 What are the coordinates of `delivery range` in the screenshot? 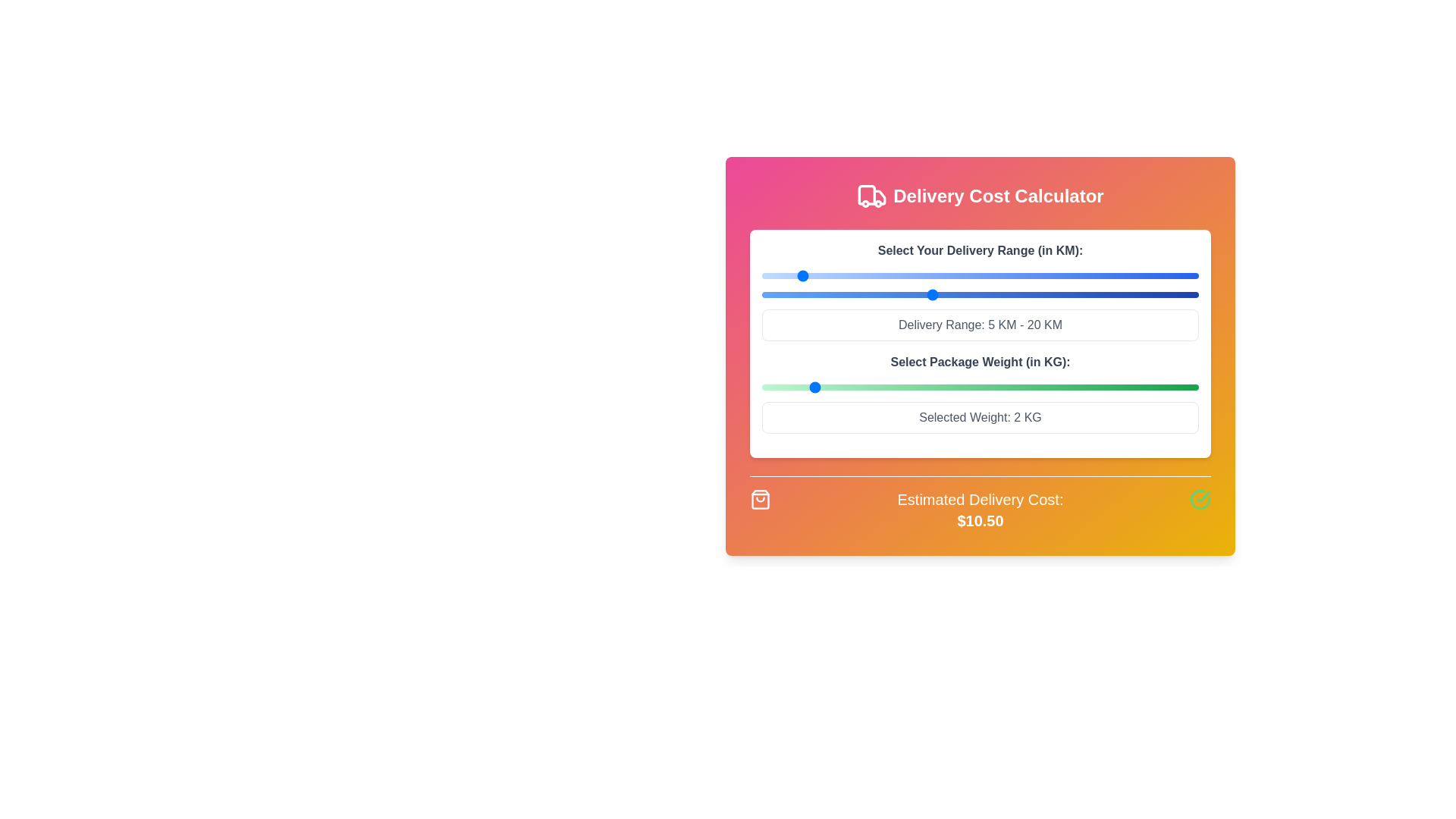 It's located at (1020, 295).